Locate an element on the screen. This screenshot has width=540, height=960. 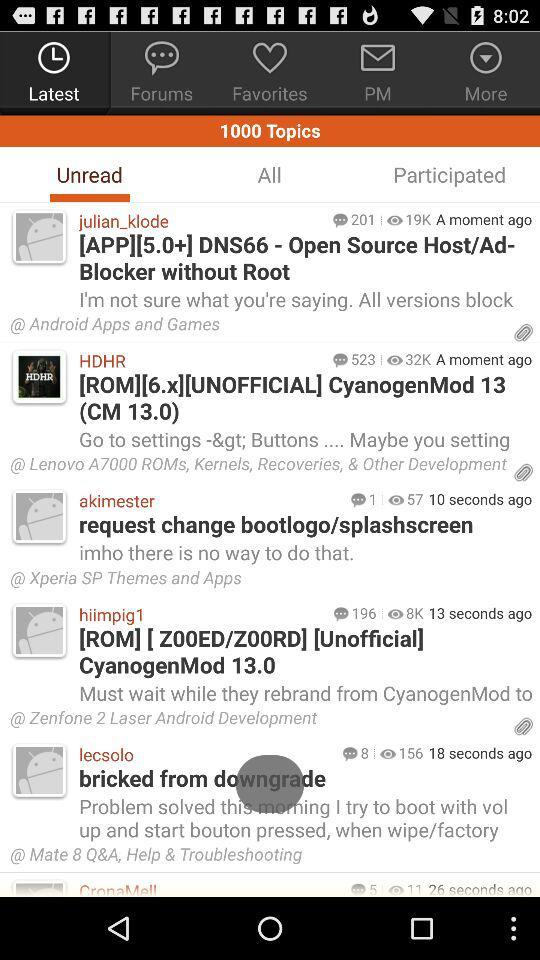
item below the must wait while is located at coordinates (258, 720).